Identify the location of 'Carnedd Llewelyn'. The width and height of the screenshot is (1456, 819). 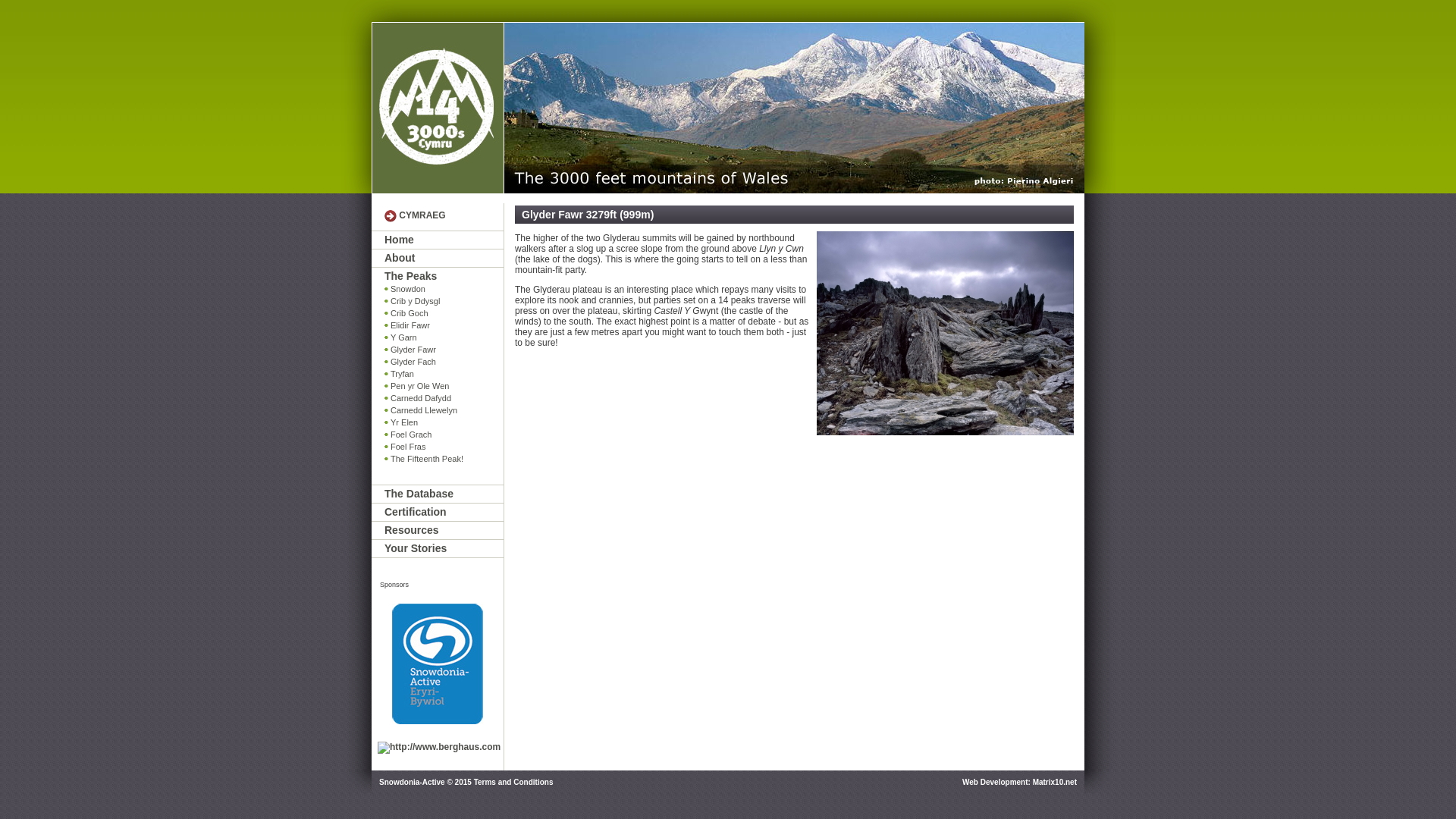
(443, 410).